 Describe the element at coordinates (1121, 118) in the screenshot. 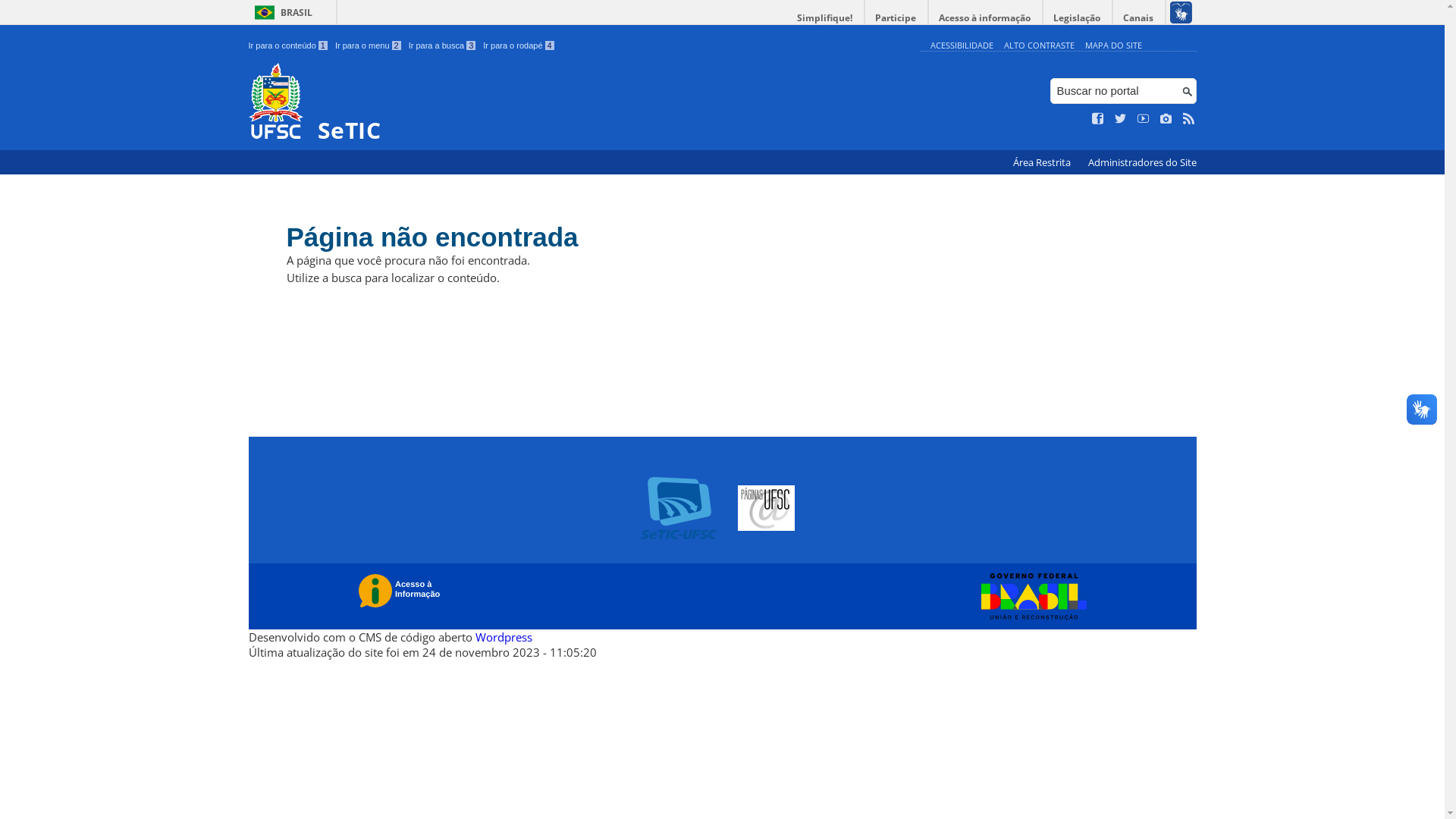

I see `'Siga no Twitter'` at that location.